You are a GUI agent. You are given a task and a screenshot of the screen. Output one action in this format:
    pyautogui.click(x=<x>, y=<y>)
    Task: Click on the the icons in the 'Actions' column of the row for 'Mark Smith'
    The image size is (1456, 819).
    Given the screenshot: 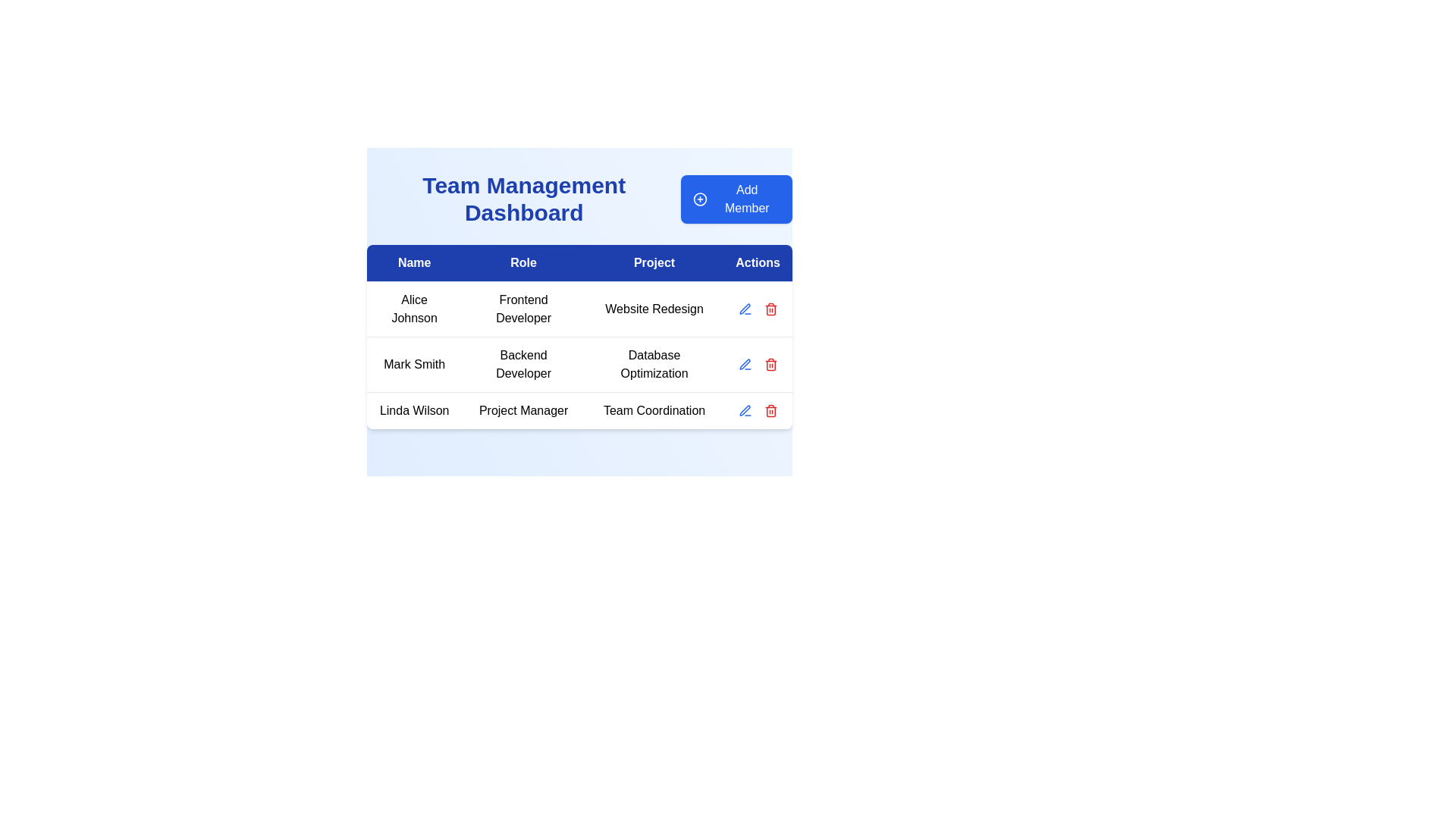 What is the action you would take?
    pyautogui.click(x=758, y=365)
    